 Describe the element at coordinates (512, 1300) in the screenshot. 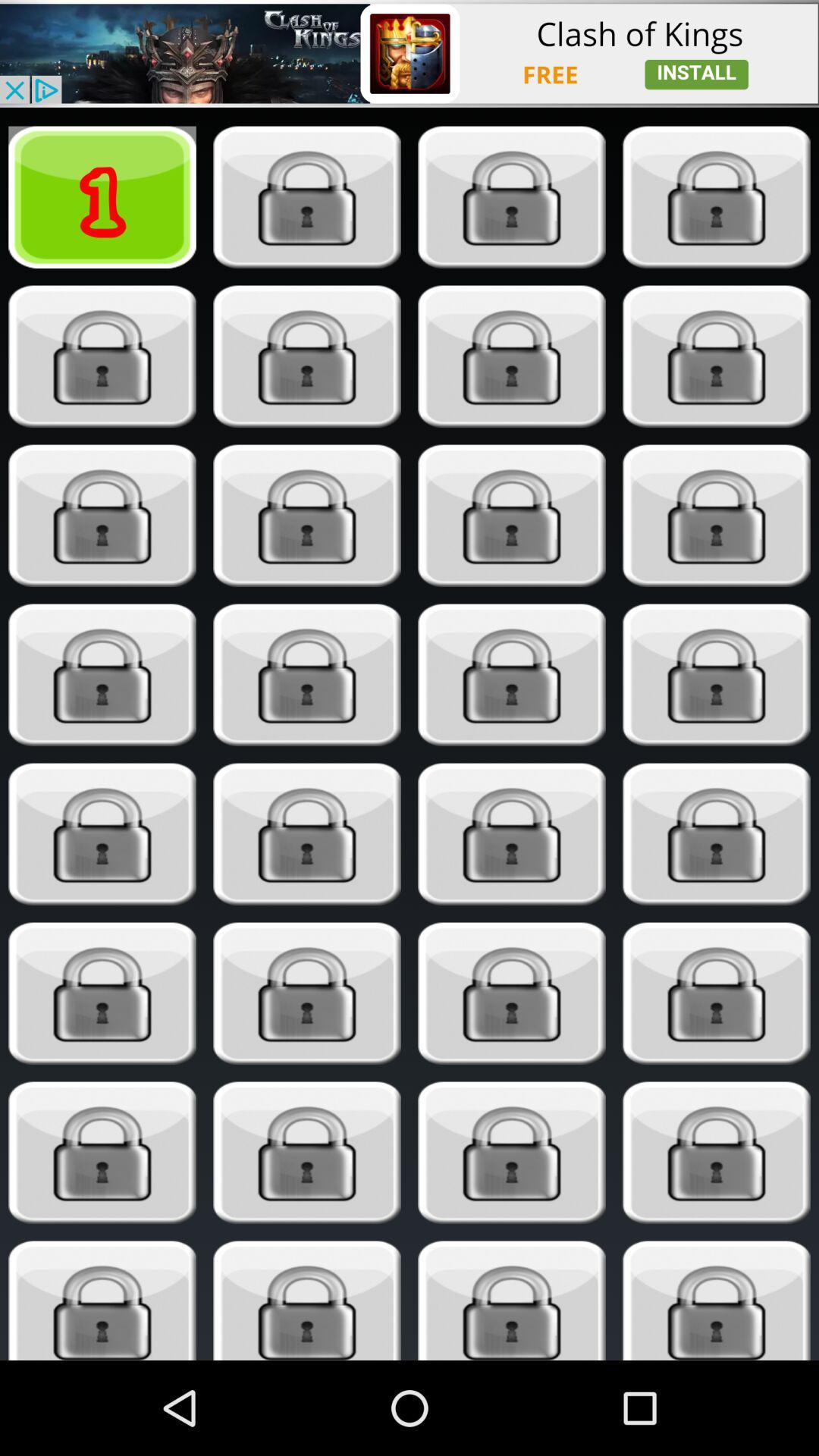

I see `button image` at that location.